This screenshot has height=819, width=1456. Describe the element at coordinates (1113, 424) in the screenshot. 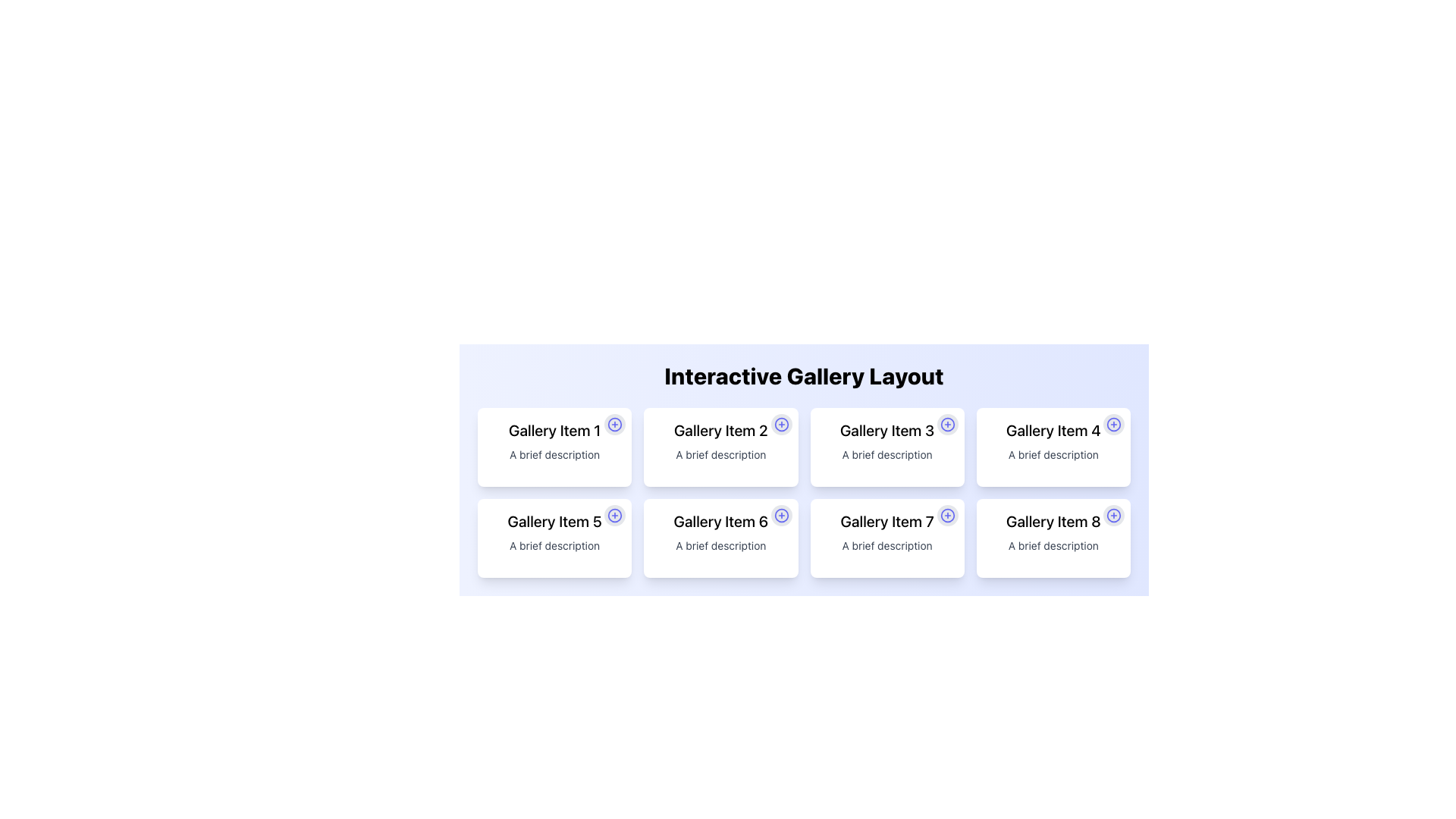

I see `the interactive button located in the top-right corner of the card titled 'Gallery Item 4'` at that location.